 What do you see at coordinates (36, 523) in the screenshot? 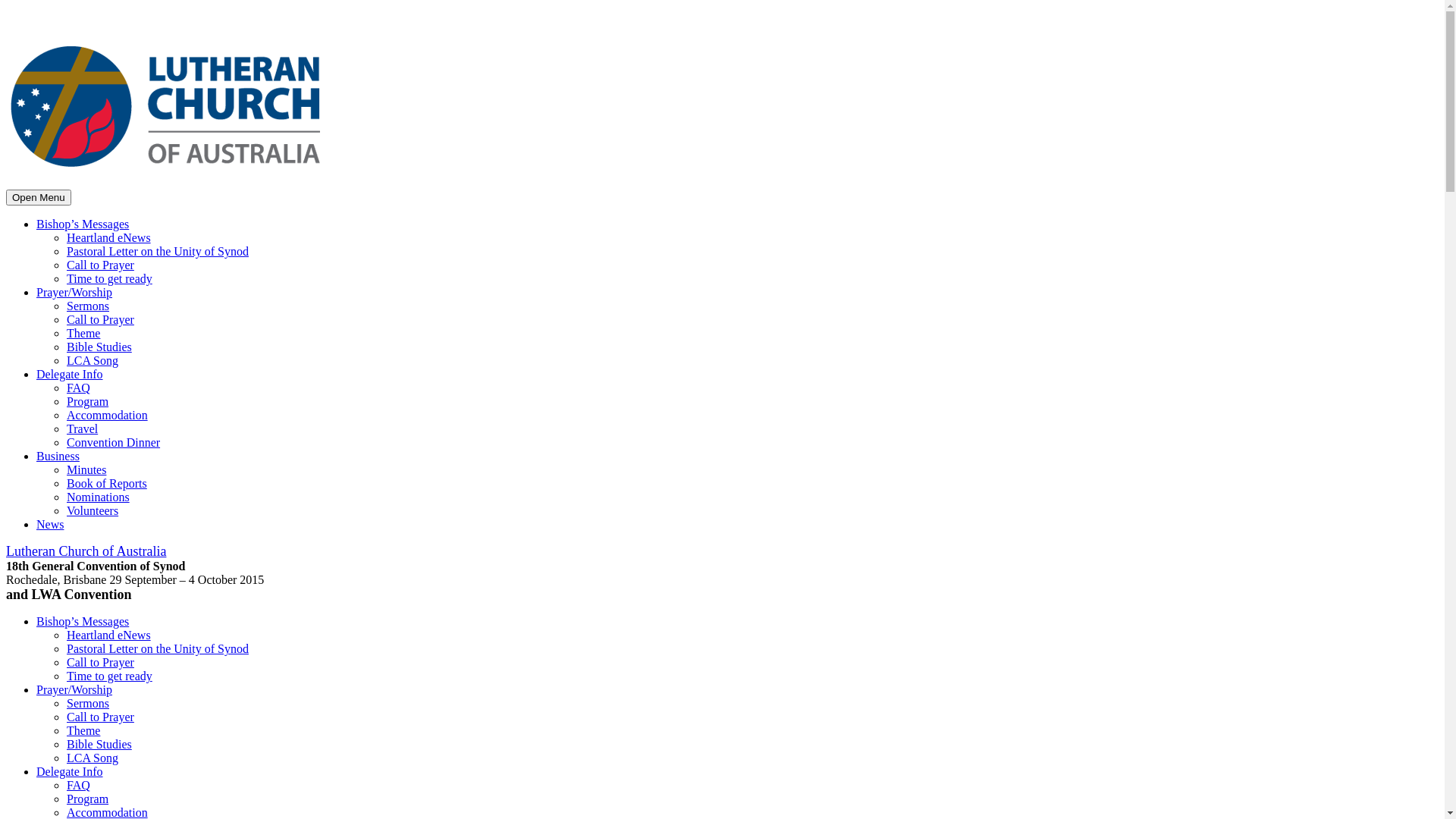
I see `'News'` at bounding box center [36, 523].